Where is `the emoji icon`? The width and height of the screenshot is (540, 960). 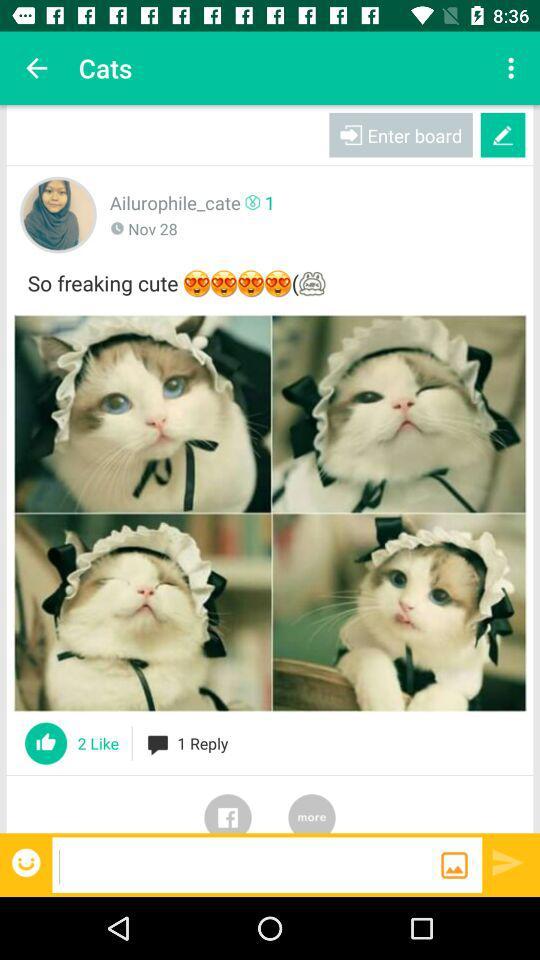 the emoji icon is located at coordinates (27, 861).